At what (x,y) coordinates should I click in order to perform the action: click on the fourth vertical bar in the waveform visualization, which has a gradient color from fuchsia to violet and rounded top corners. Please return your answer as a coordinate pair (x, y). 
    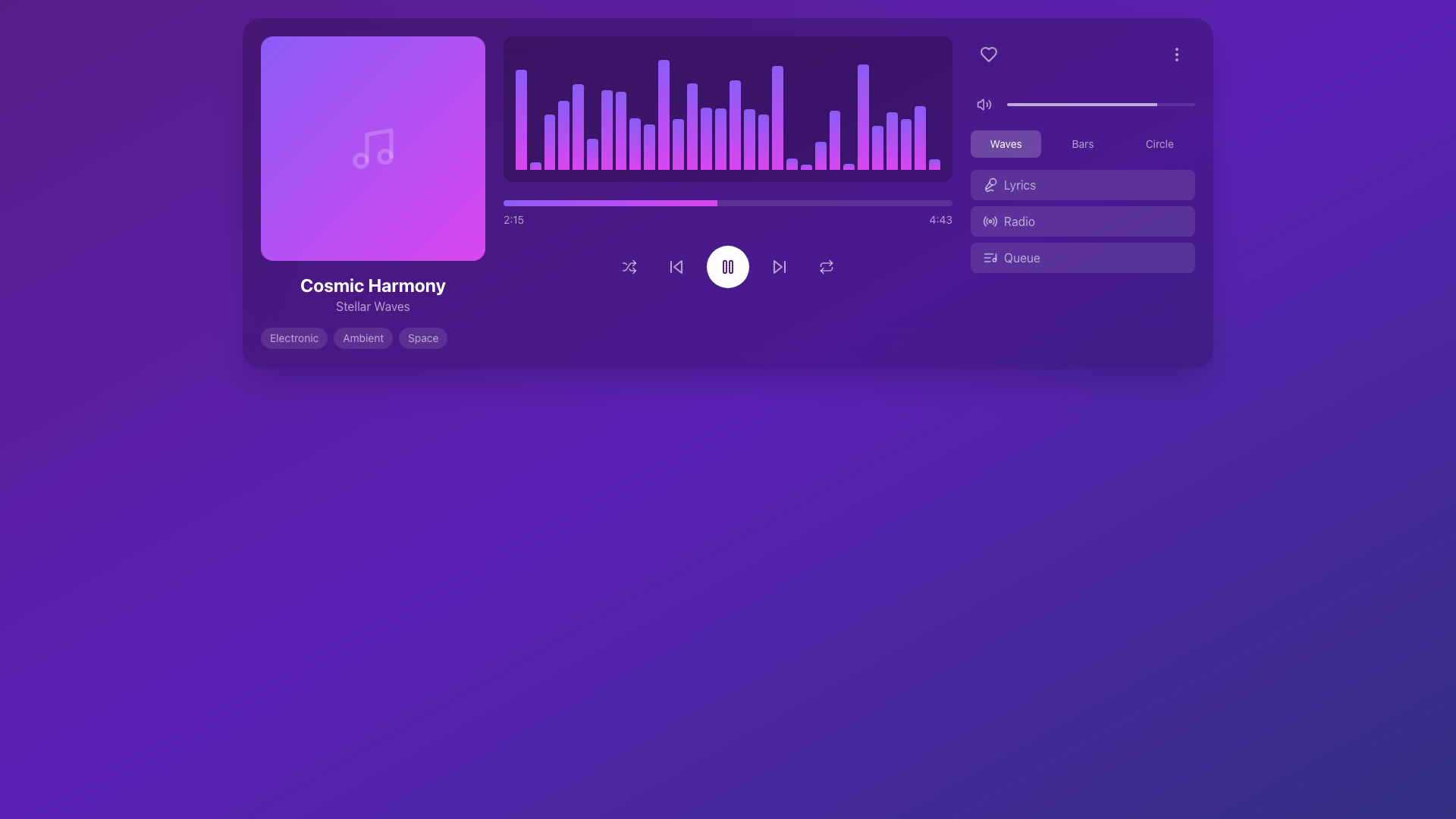
    Looking at the image, I should click on (563, 134).